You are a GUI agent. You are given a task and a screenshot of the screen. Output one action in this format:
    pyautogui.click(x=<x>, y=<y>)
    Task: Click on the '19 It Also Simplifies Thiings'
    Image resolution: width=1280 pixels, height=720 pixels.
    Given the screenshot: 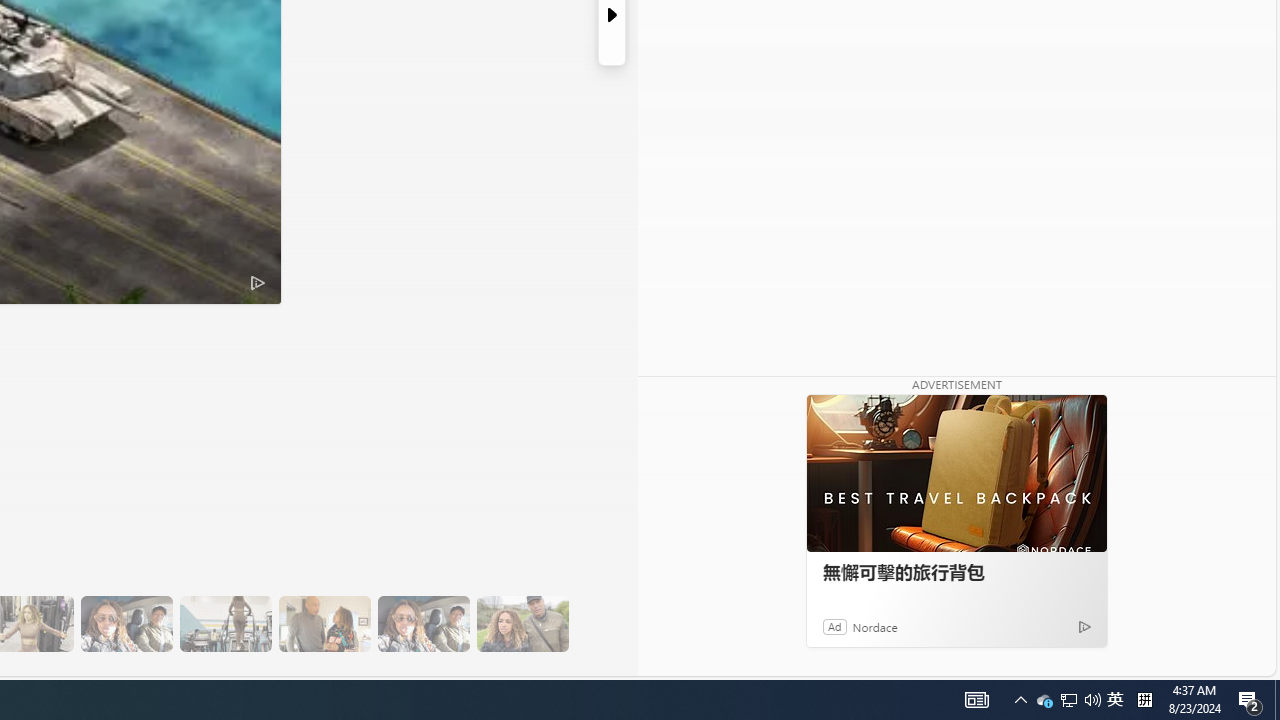 What is the action you would take?
    pyautogui.click(x=422, y=623)
    